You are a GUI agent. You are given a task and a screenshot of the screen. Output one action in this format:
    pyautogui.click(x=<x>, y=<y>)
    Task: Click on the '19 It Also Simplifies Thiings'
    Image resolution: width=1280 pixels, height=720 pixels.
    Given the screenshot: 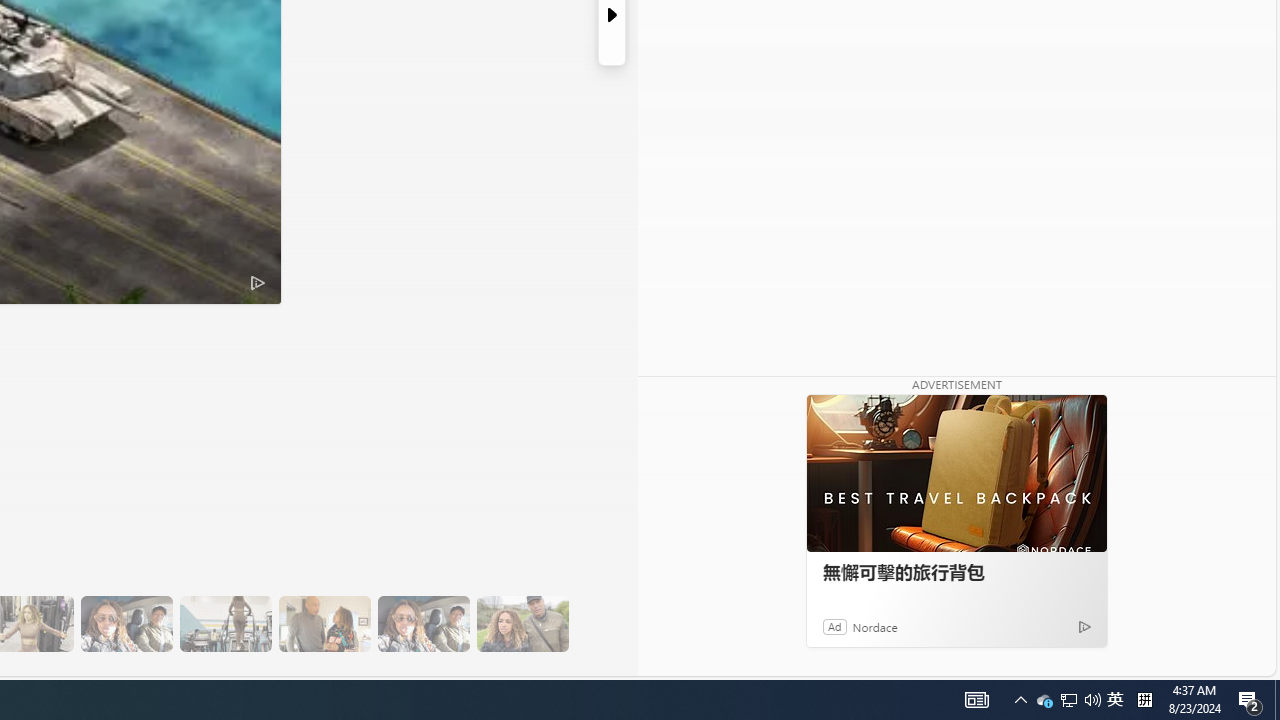 What is the action you would take?
    pyautogui.click(x=422, y=623)
    